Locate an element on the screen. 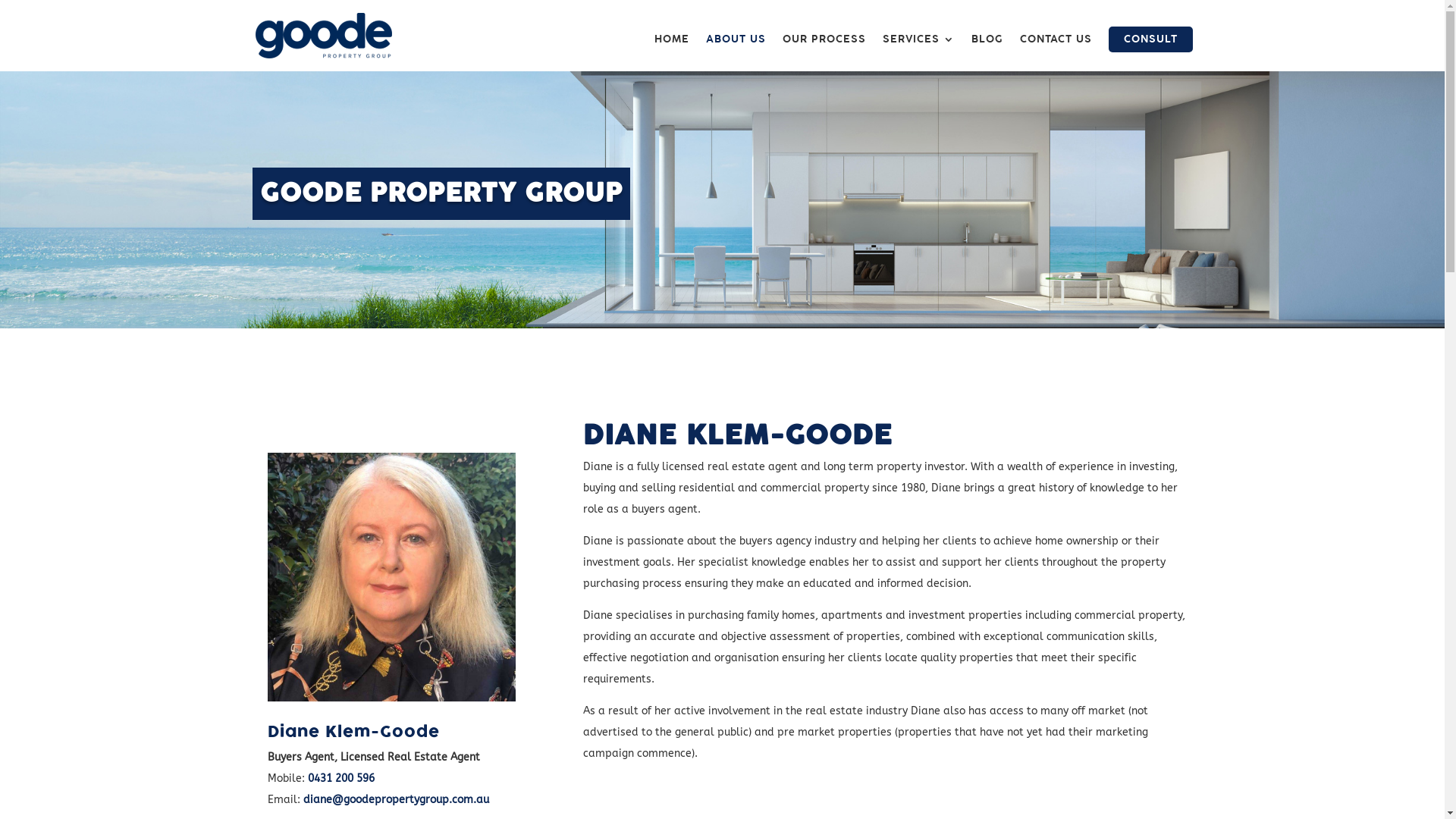 This screenshot has height=819, width=1456. 'HOME' is located at coordinates (670, 52).